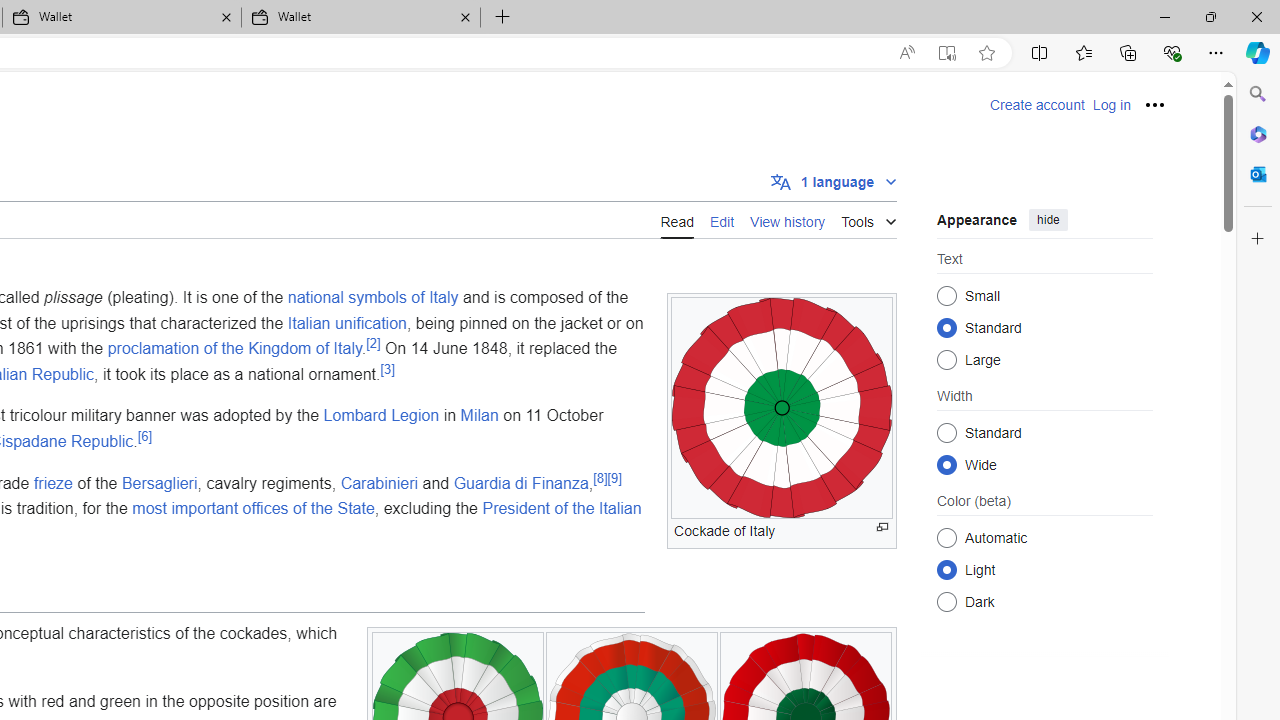 The width and height of the screenshot is (1280, 720). What do you see at coordinates (234, 347) in the screenshot?
I see `'proclamation of the Kingdom of Italy'` at bounding box center [234, 347].